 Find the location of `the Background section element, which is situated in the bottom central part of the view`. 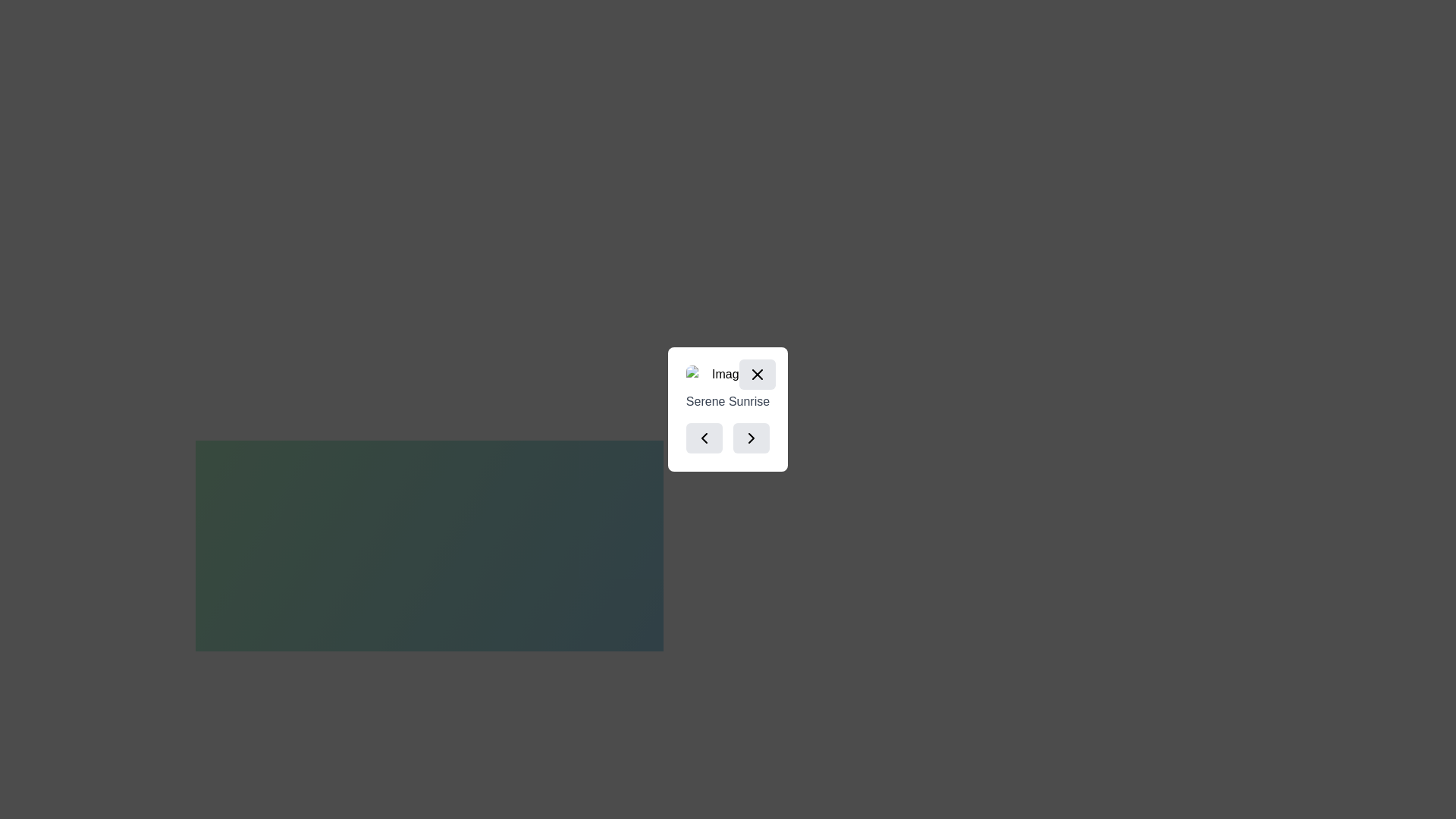

the Background section element, which is situated in the bottom central part of the view is located at coordinates (428, 536).